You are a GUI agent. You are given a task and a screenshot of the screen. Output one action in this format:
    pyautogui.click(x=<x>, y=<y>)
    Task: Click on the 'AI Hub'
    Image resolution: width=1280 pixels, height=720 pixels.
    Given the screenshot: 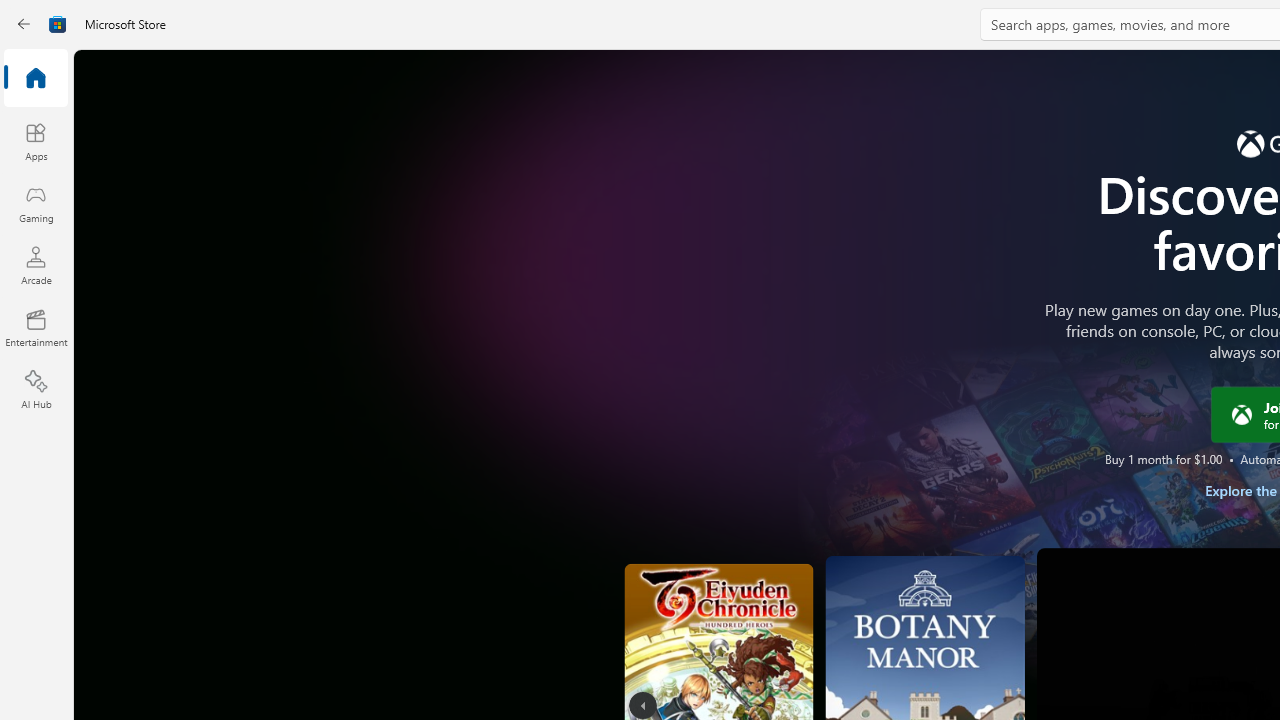 What is the action you would take?
    pyautogui.click(x=35, y=390)
    